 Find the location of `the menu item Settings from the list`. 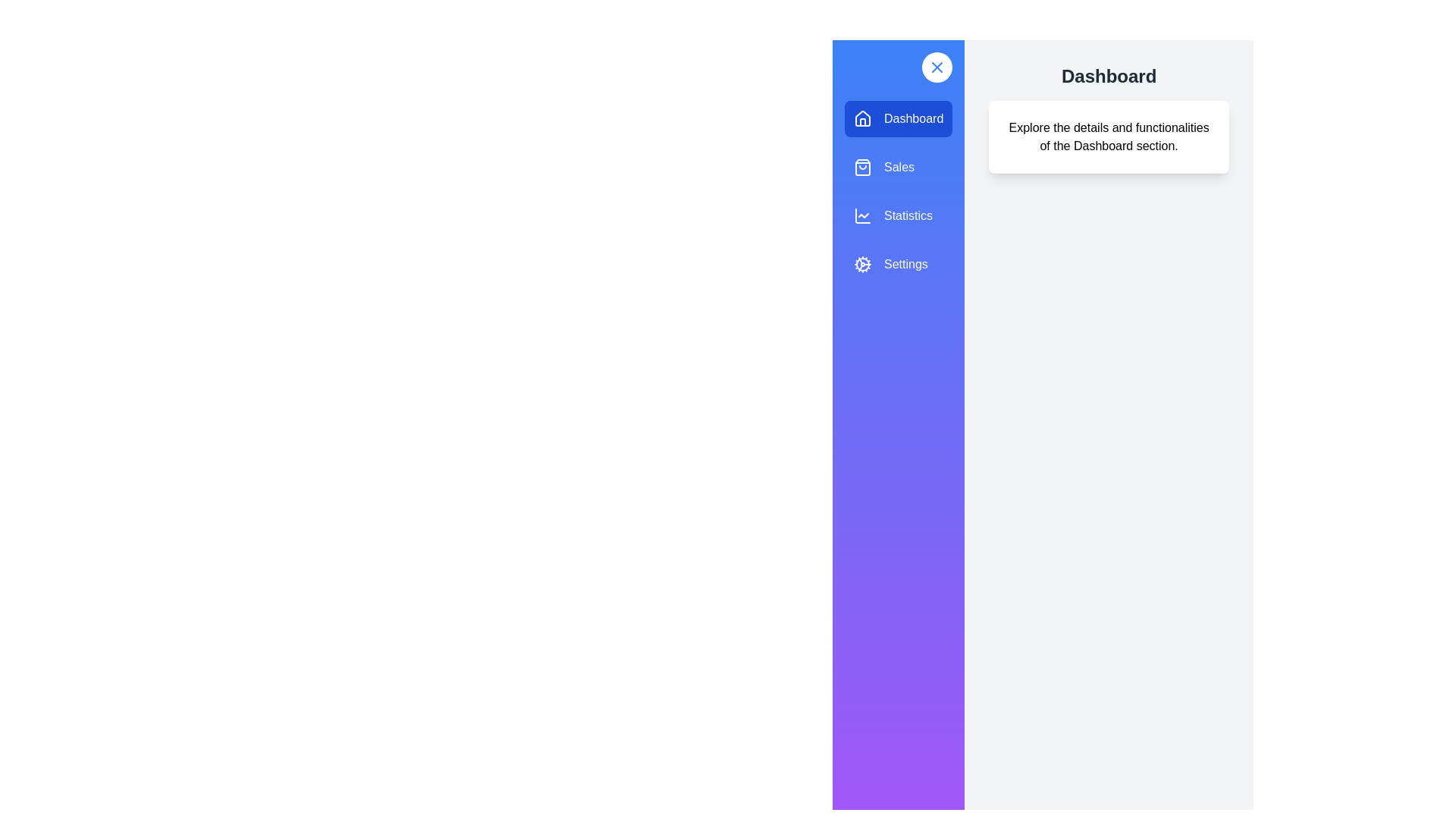

the menu item Settings from the list is located at coordinates (899, 263).